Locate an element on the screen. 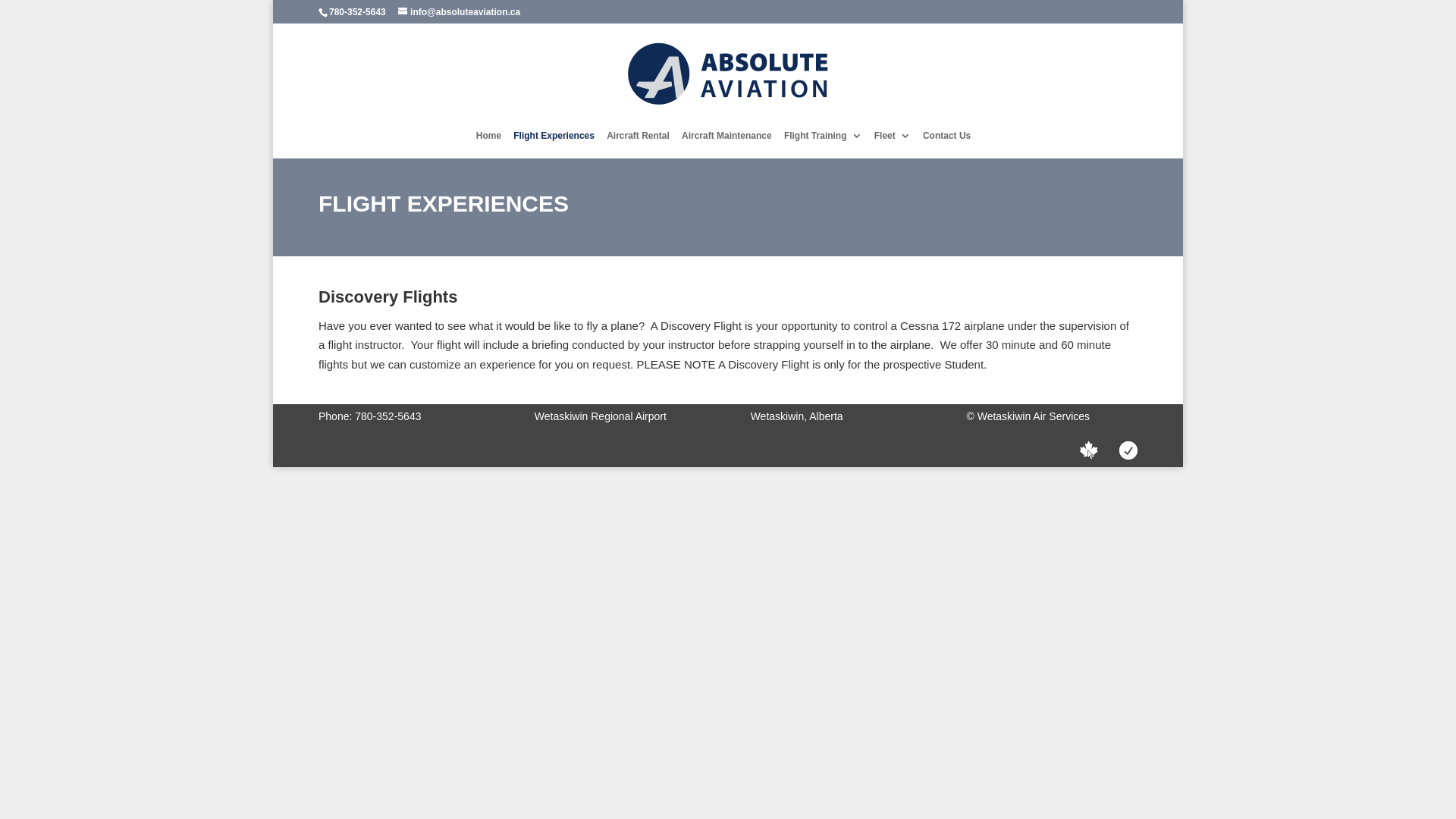  'Flight Training' is located at coordinates (783, 145).